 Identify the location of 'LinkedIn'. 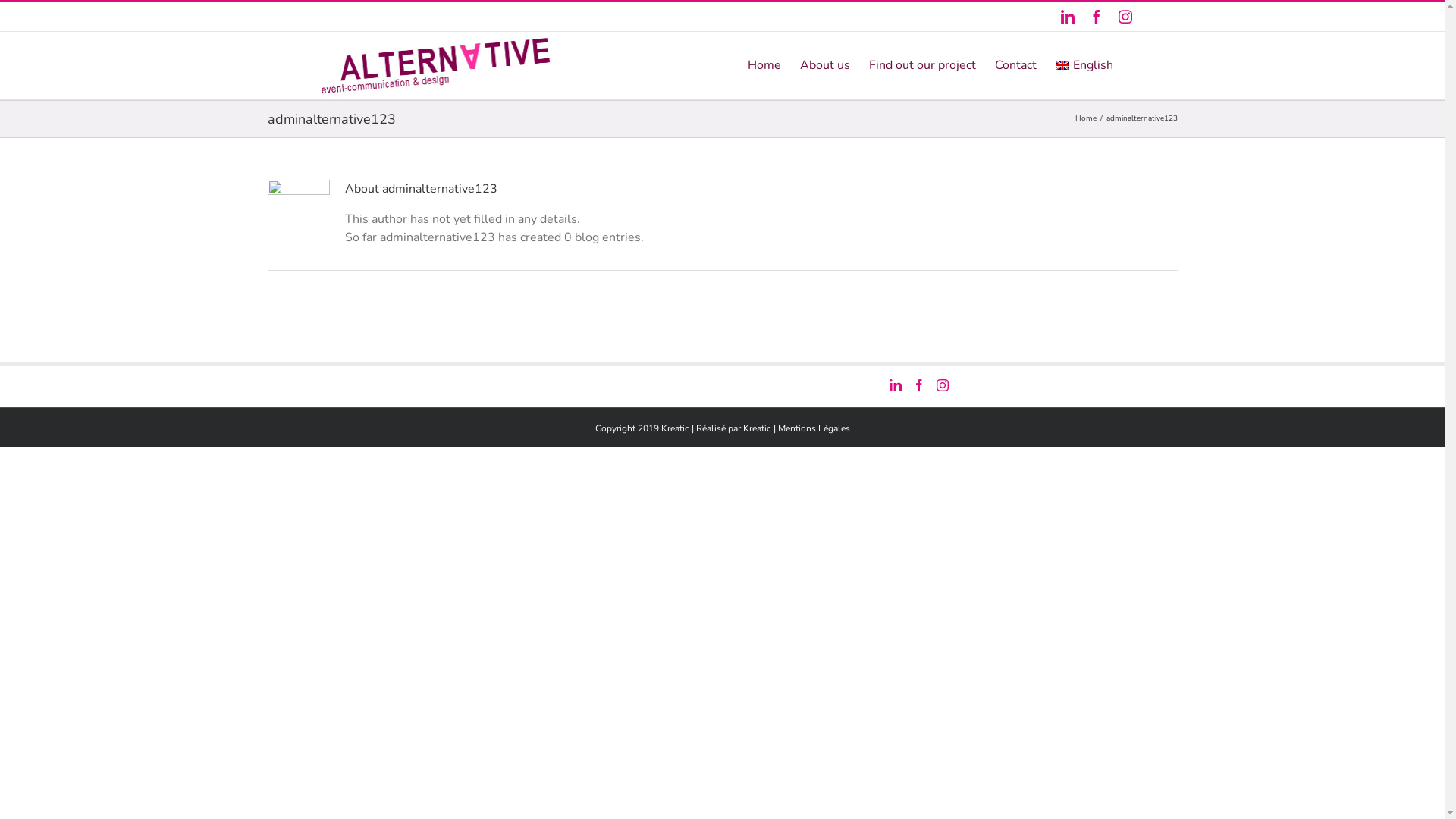
(1065, 17).